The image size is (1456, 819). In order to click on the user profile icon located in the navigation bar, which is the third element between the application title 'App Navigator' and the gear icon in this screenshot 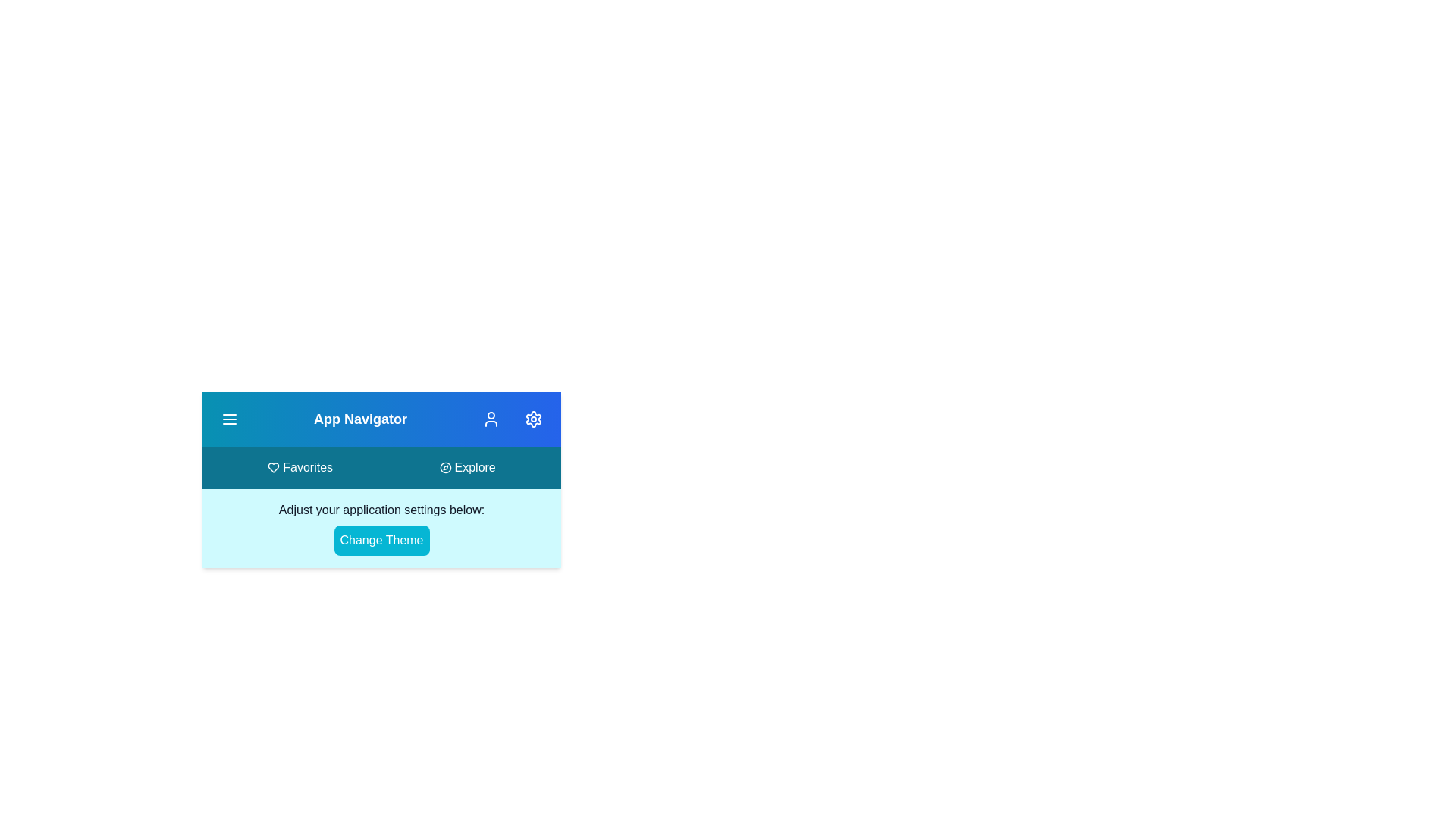, I will do `click(491, 419)`.